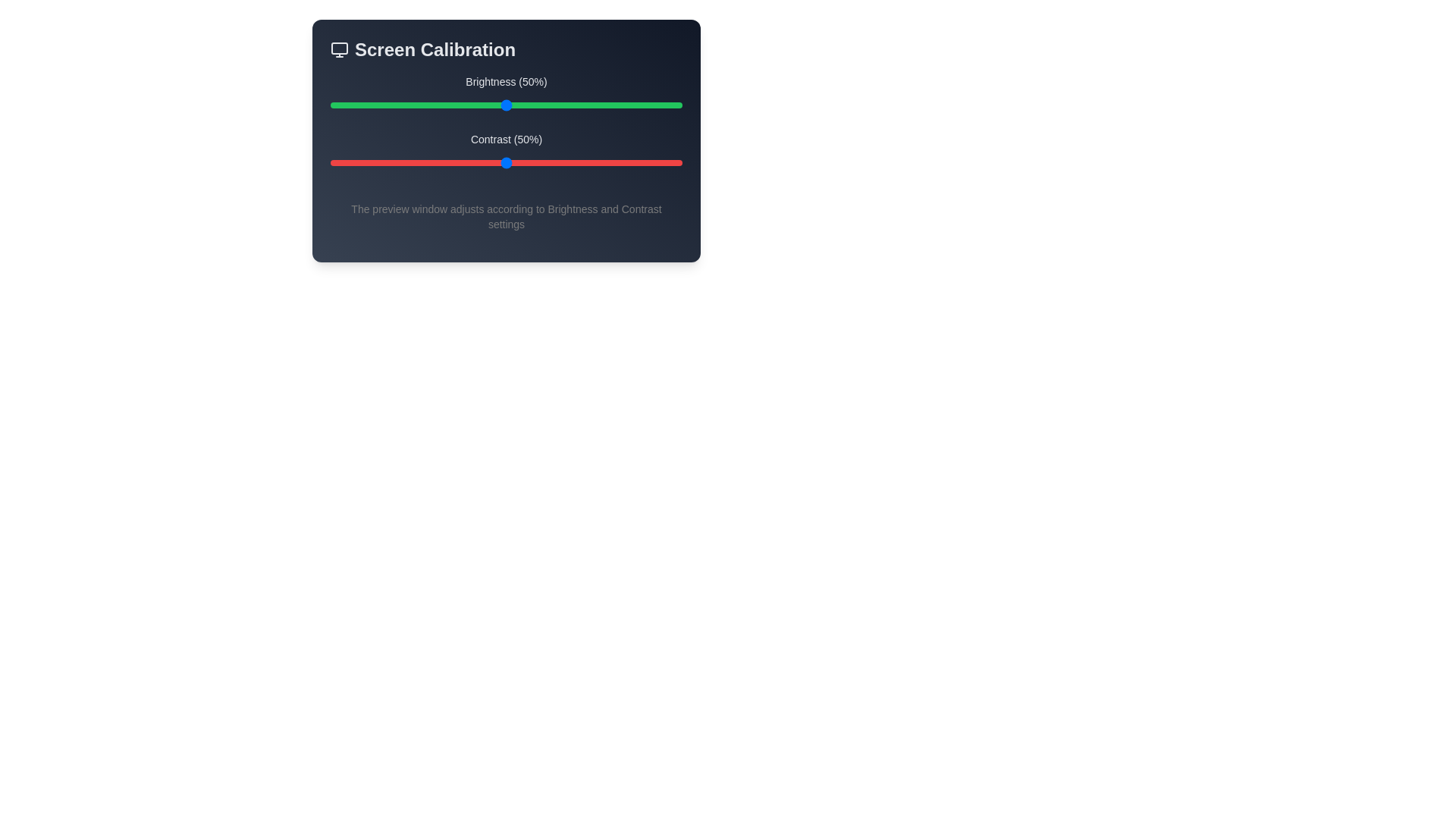 Image resolution: width=1456 pixels, height=819 pixels. What do you see at coordinates (415, 163) in the screenshot?
I see `the contrast slider to 24%` at bounding box center [415, 163].